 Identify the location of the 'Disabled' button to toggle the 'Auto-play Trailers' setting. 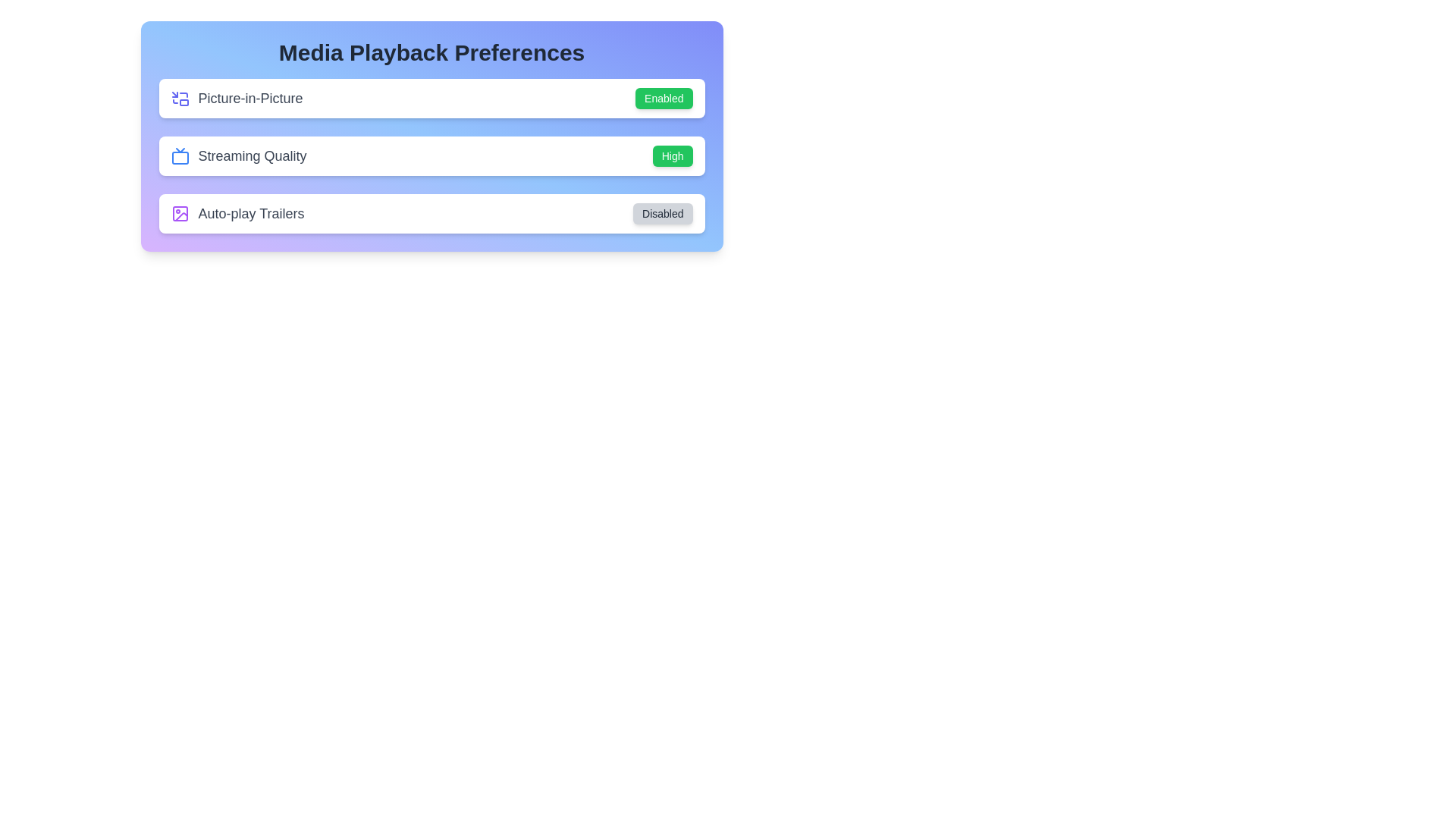
(662, 213).